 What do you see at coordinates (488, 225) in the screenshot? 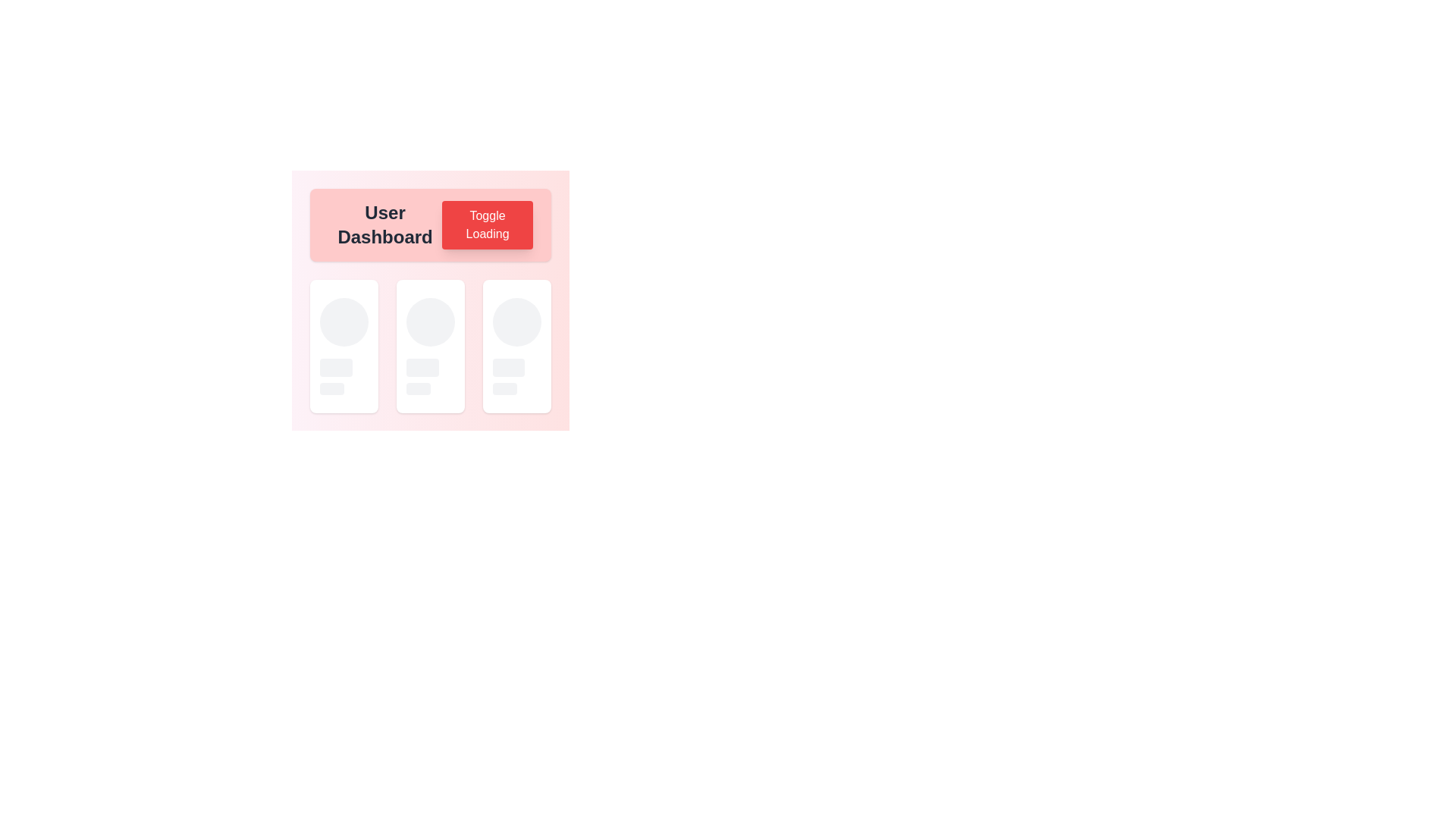
I see `the toggle button located on the right side of the 'User Dashboard' header` at bounding box center [488, 225].